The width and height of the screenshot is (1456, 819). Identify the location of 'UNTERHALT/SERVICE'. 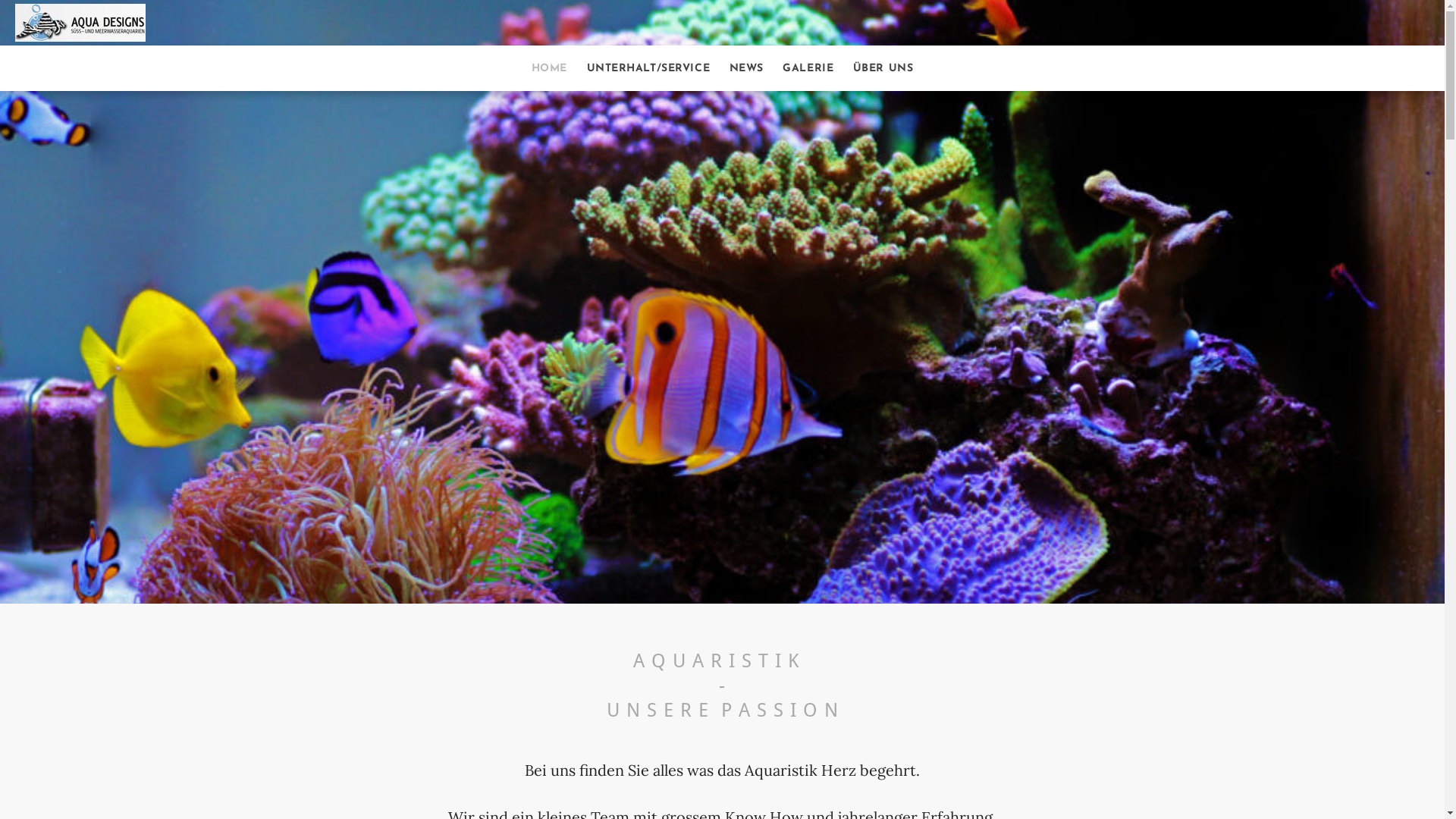
(585, 68).